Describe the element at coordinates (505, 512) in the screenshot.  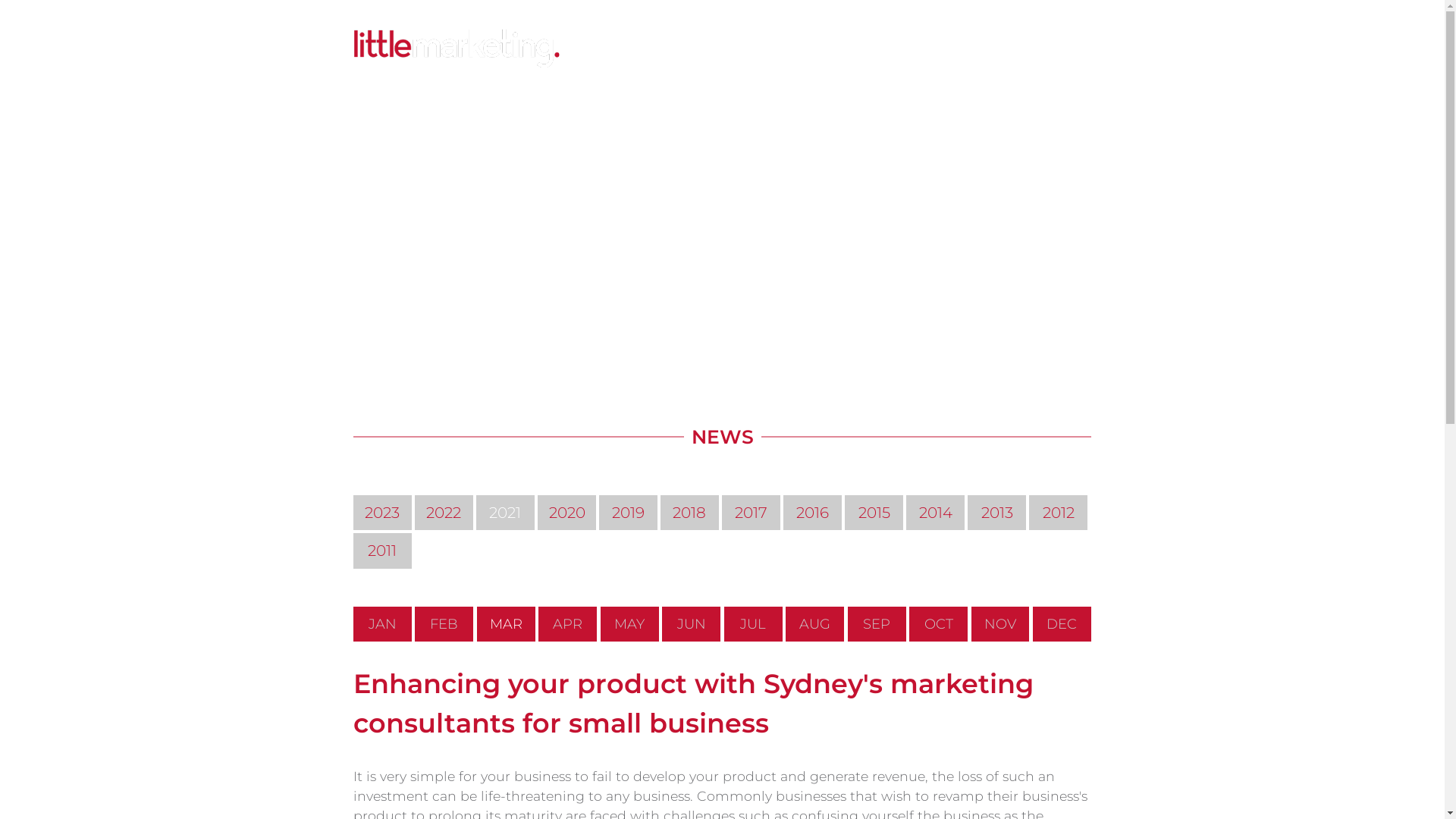
I see `'2021'` at that location.